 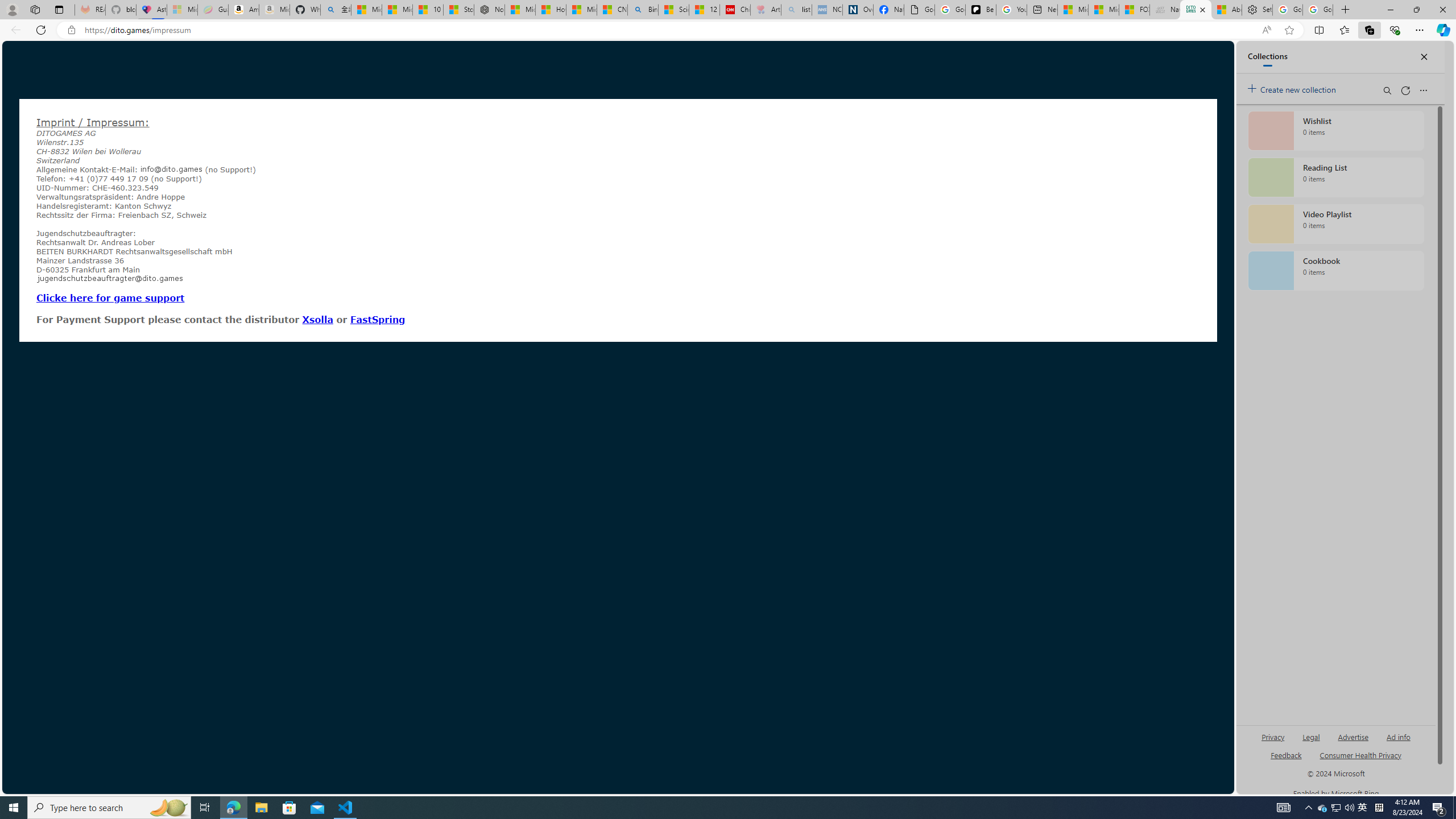 I want to click on 'Google Analytics Opt-out Browser Add-on Download Page', so click(x=919, y=9).